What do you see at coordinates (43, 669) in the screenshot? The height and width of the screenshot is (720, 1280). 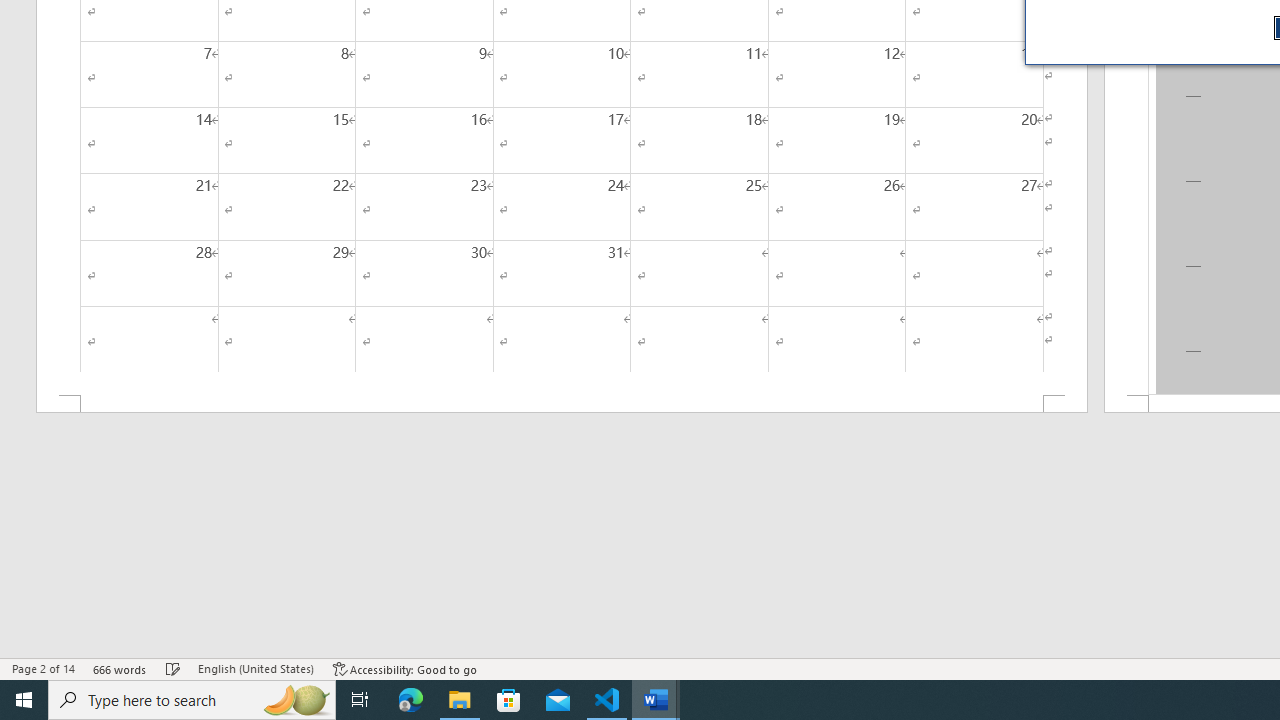 I see `'Page Number Page 2 of 14'` at bounding box center [43, 669].